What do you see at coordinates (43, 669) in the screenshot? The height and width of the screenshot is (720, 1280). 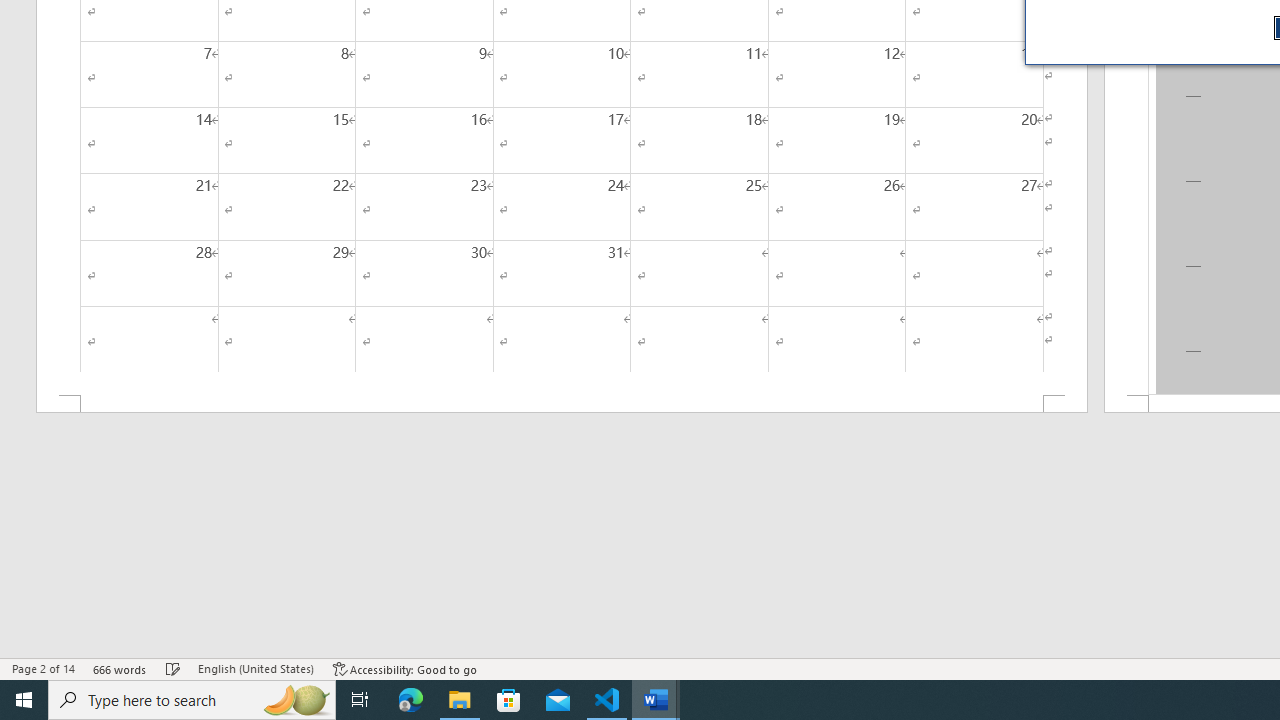 I see `'Page Number Page 2 of 14'` at bounding box center [43, 669].